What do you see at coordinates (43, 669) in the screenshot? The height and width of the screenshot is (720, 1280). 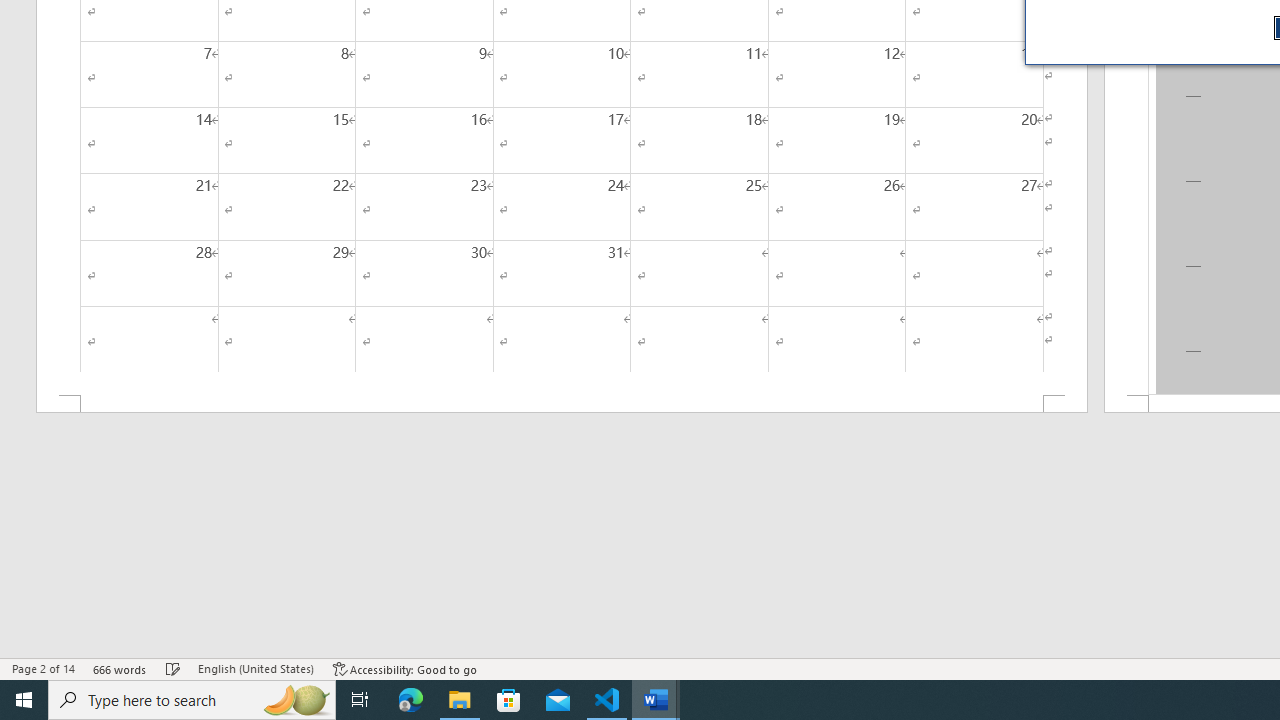 I see `'Page Number Page 2 of 14'` at bounding box center [43, 669].